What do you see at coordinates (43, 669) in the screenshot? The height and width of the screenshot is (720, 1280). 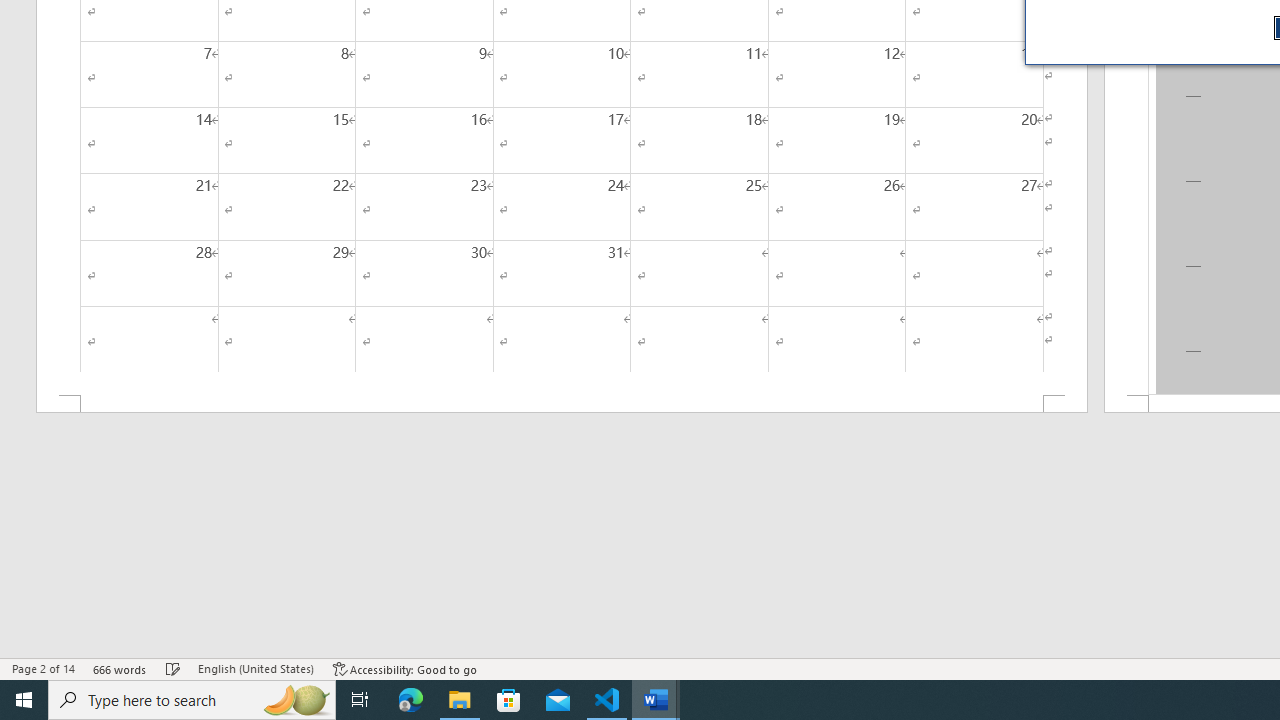 I see `'Page Number Page 2 of 14'` at bounding box center [43, 669].